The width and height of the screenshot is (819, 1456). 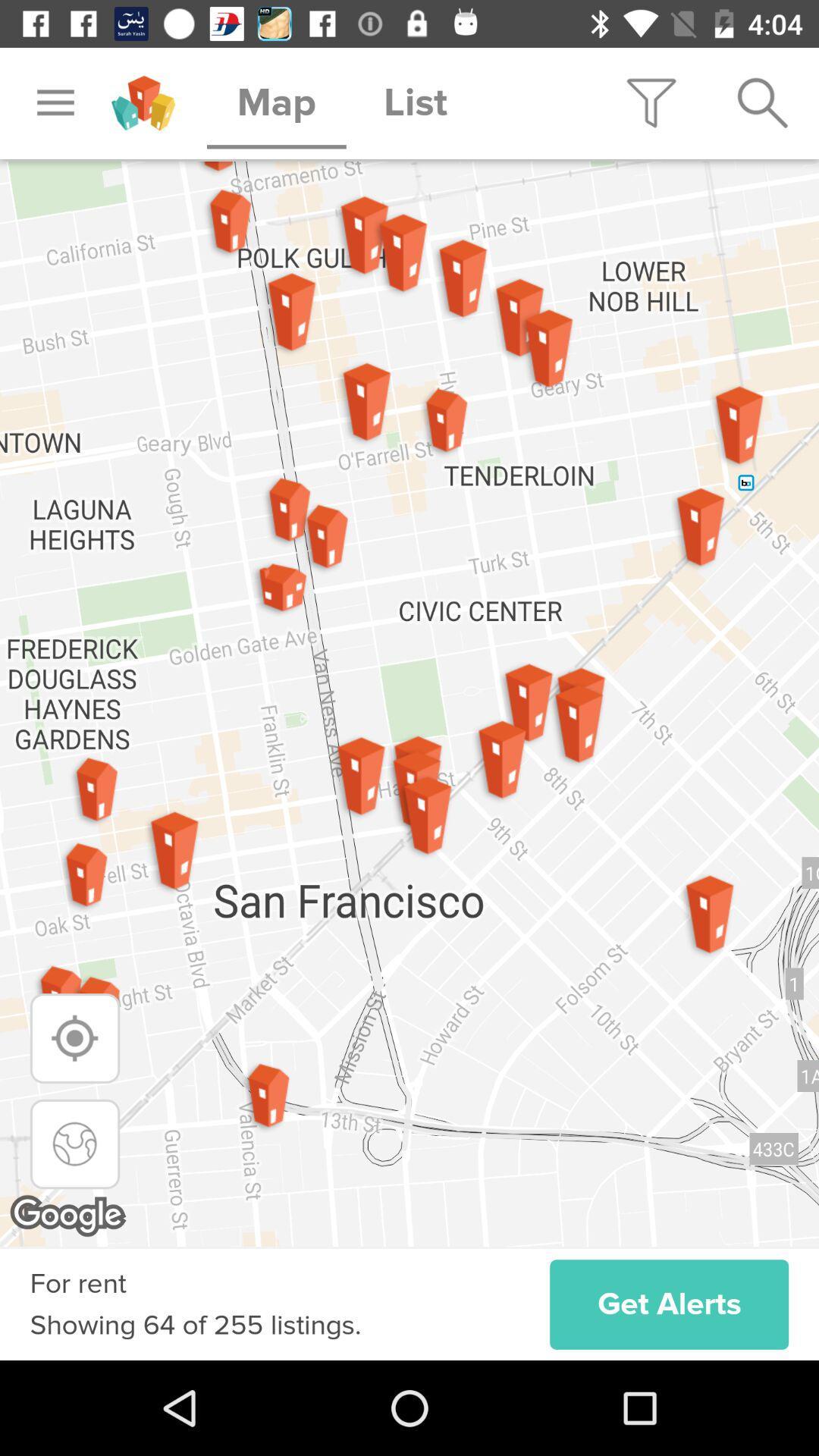 I want to click on item at the center, so click(x=409, y=703).